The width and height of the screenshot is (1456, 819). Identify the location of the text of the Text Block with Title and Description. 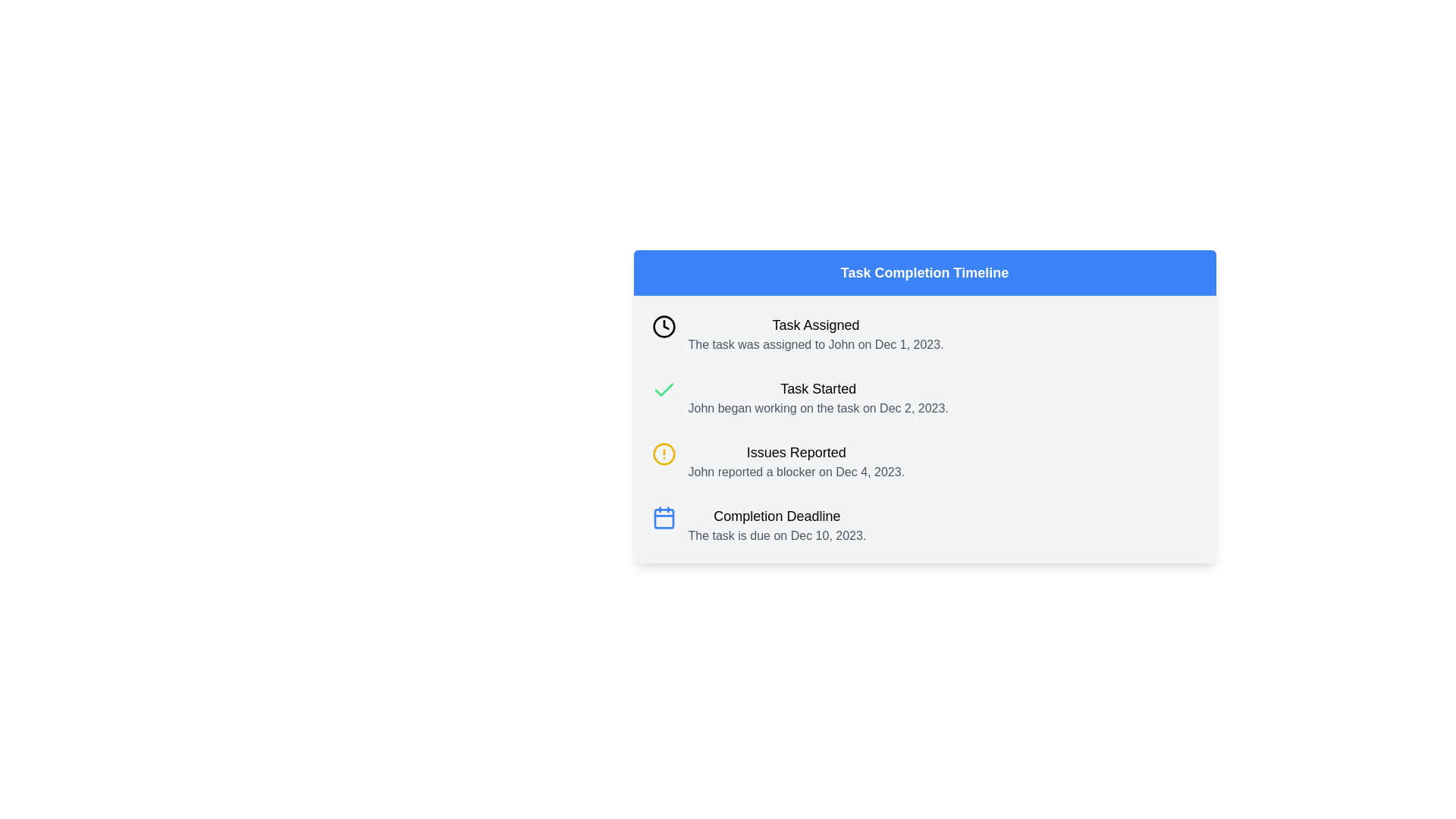
(817, 397).